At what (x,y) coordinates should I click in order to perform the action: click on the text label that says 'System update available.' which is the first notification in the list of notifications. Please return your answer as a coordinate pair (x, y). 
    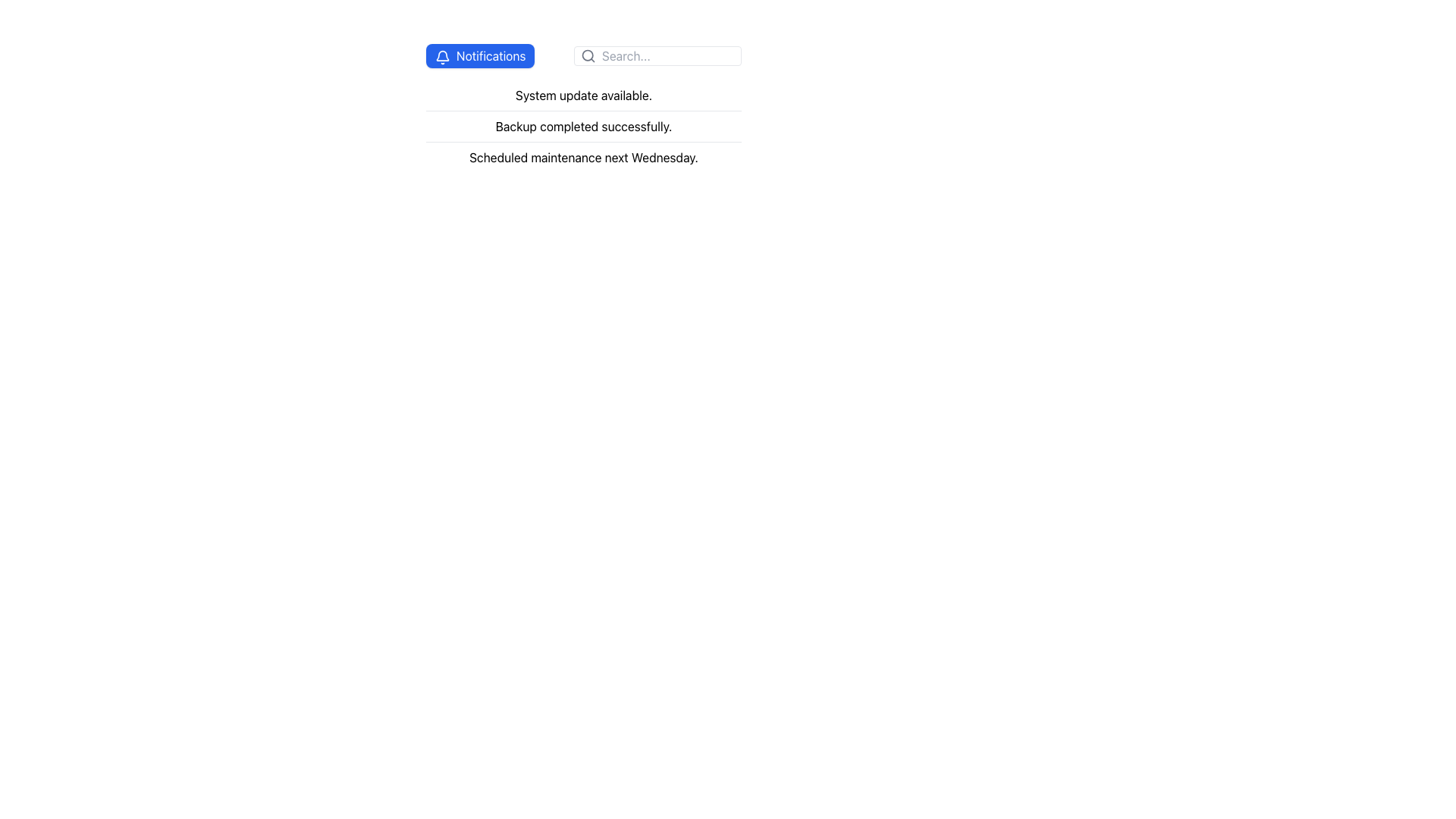
    Looking at the image, I should click on (582, 96).